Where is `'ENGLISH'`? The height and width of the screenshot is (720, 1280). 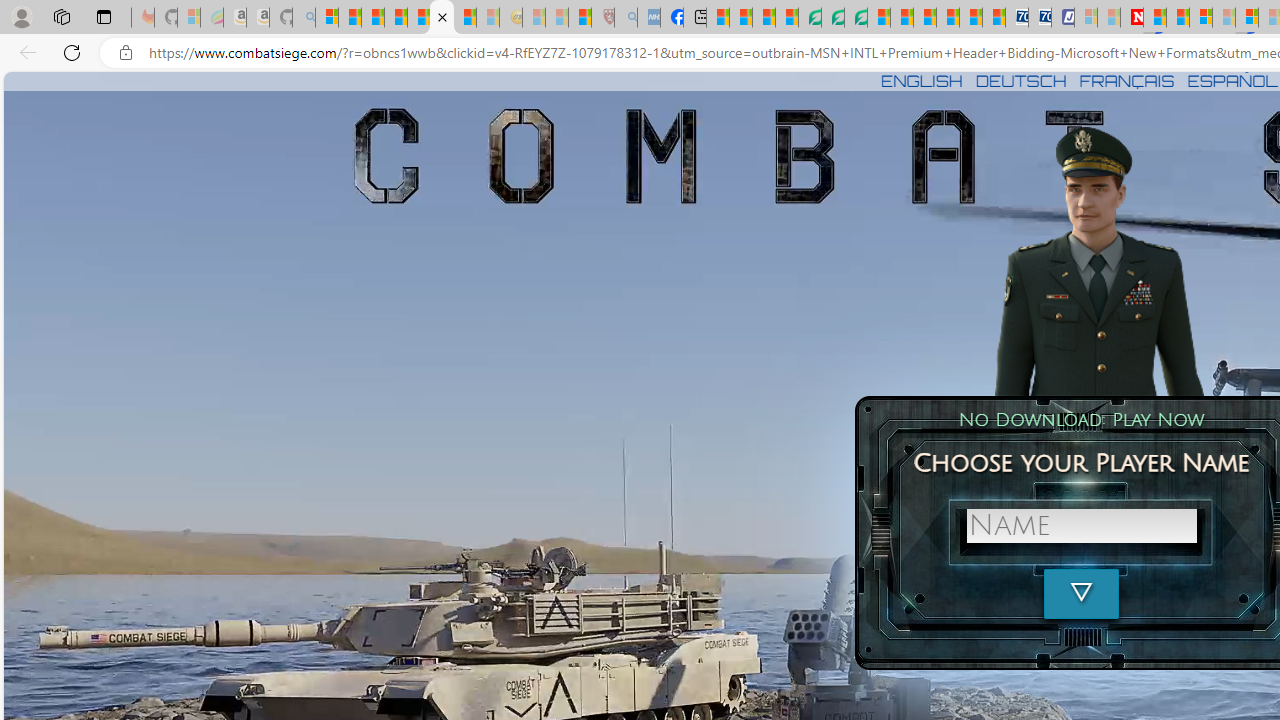 'ENGLISH' is located at coordinates (920, 80).